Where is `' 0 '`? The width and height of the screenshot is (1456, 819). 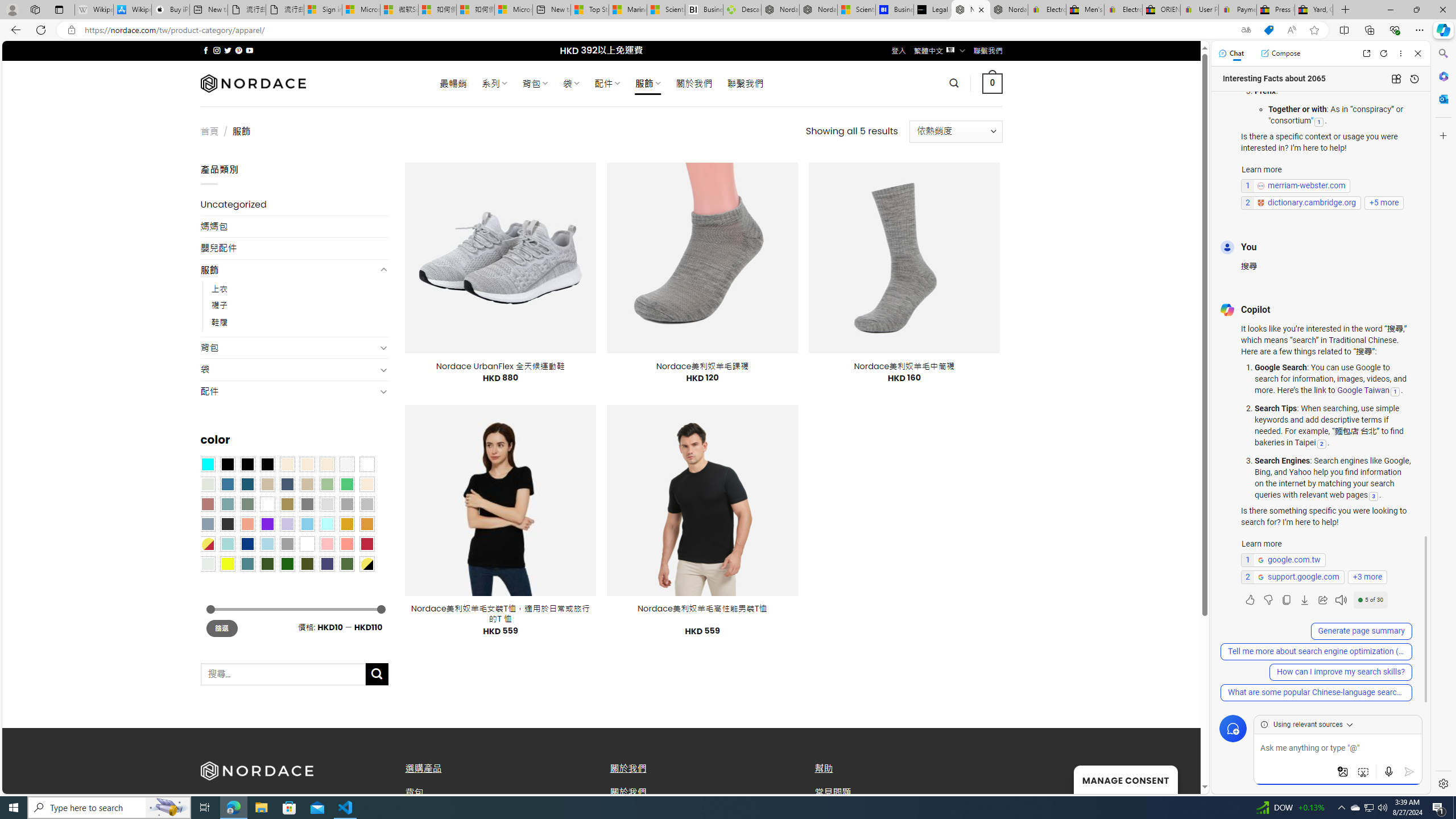 ' 0 ' is located at coordinates (992, 82).